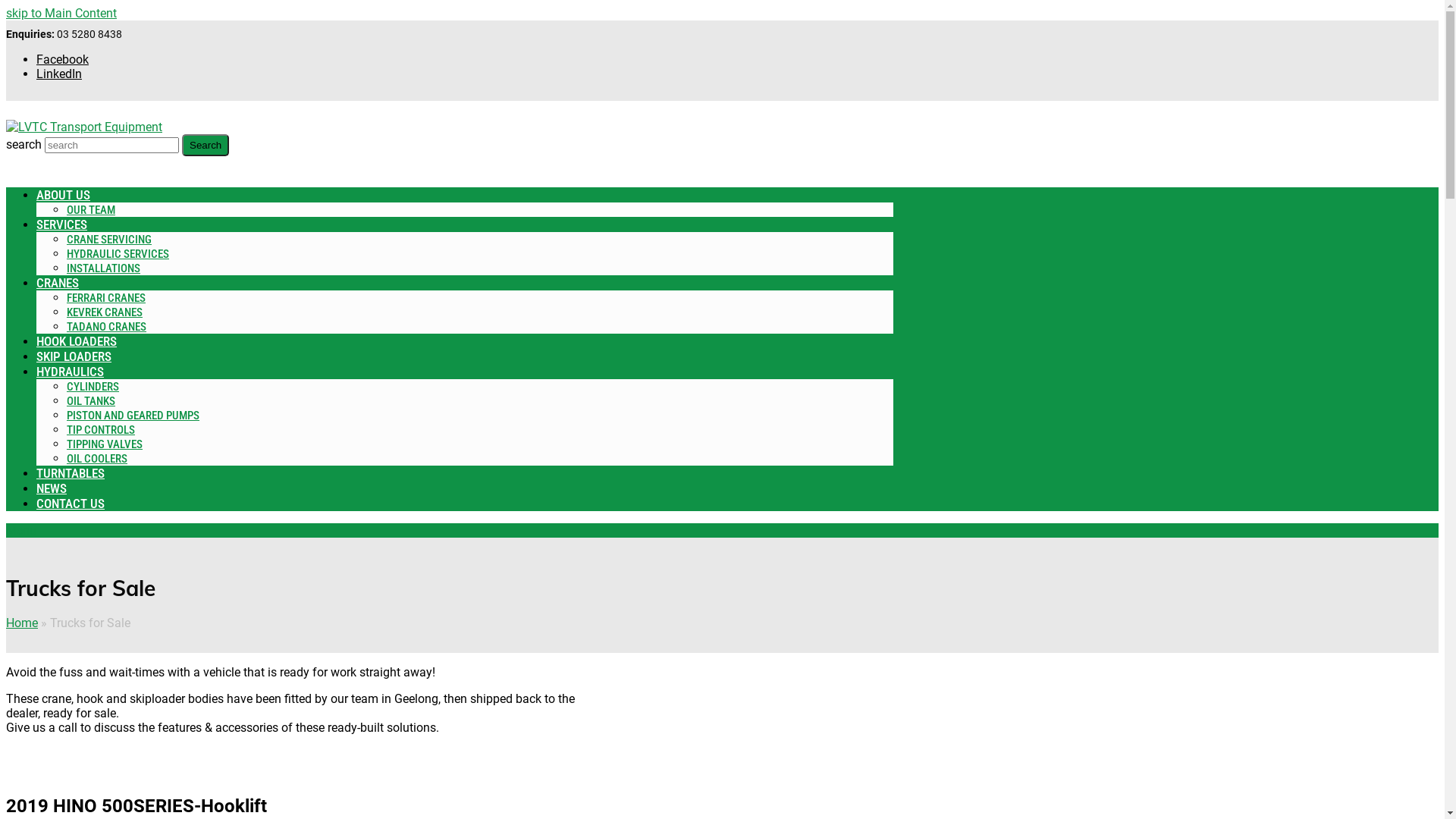 Image resolution: width=1456 pixels, height=819 pixels. I want to click on 'Home', so click(6, 623).